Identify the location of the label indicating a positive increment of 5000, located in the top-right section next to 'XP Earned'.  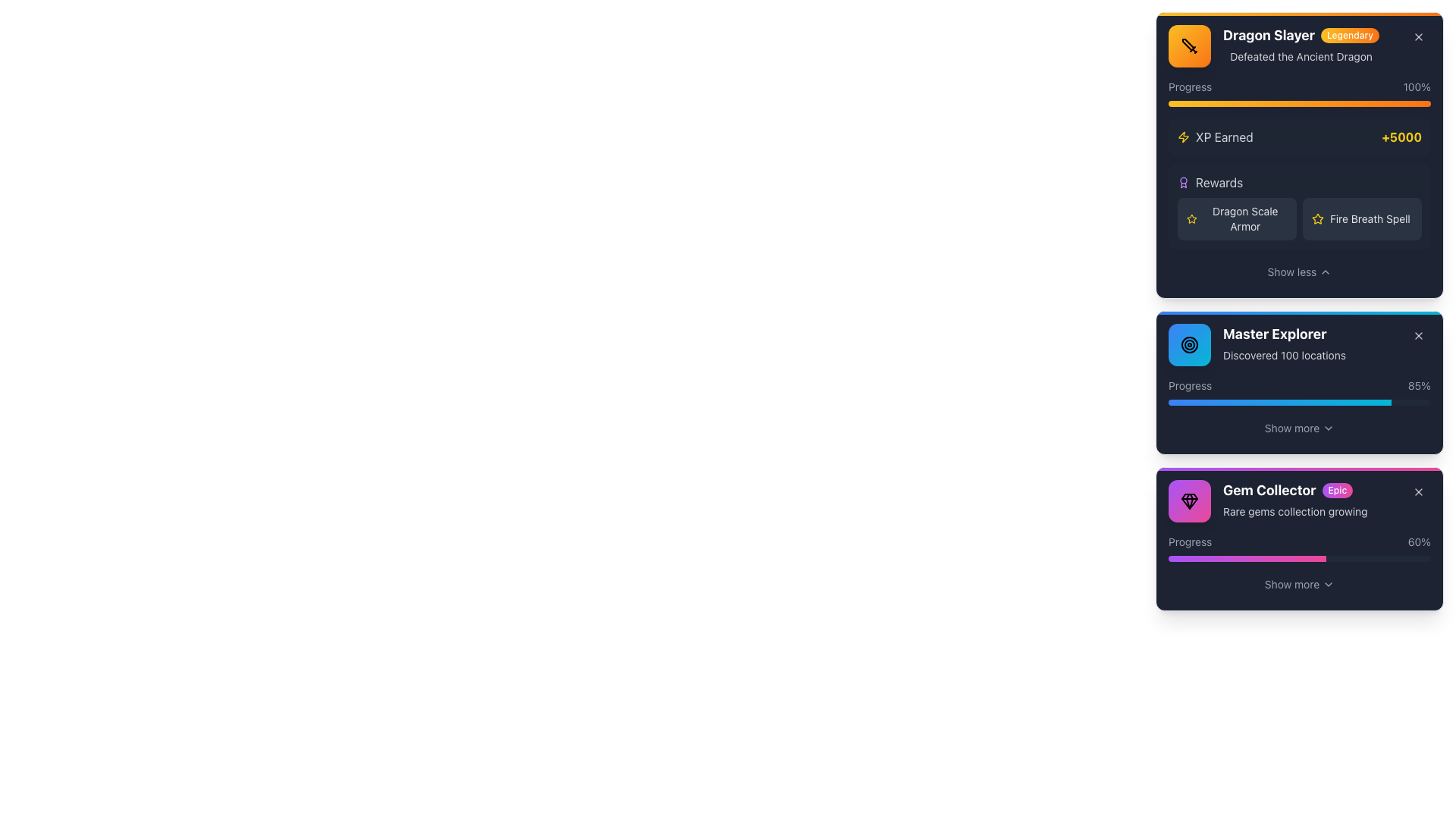
(1401, 137).